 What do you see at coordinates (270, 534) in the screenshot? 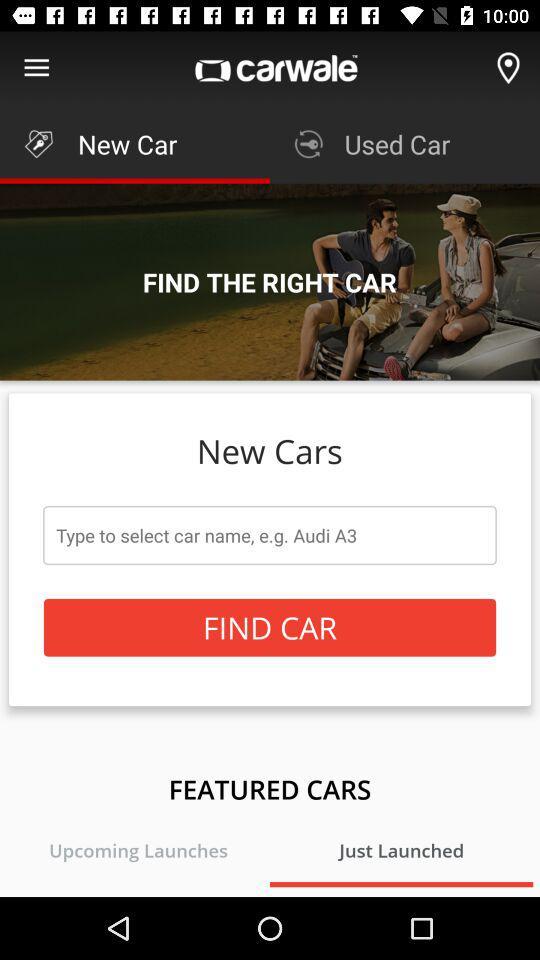
I see `the item above the find car icon` at bounding box center [270, 534].